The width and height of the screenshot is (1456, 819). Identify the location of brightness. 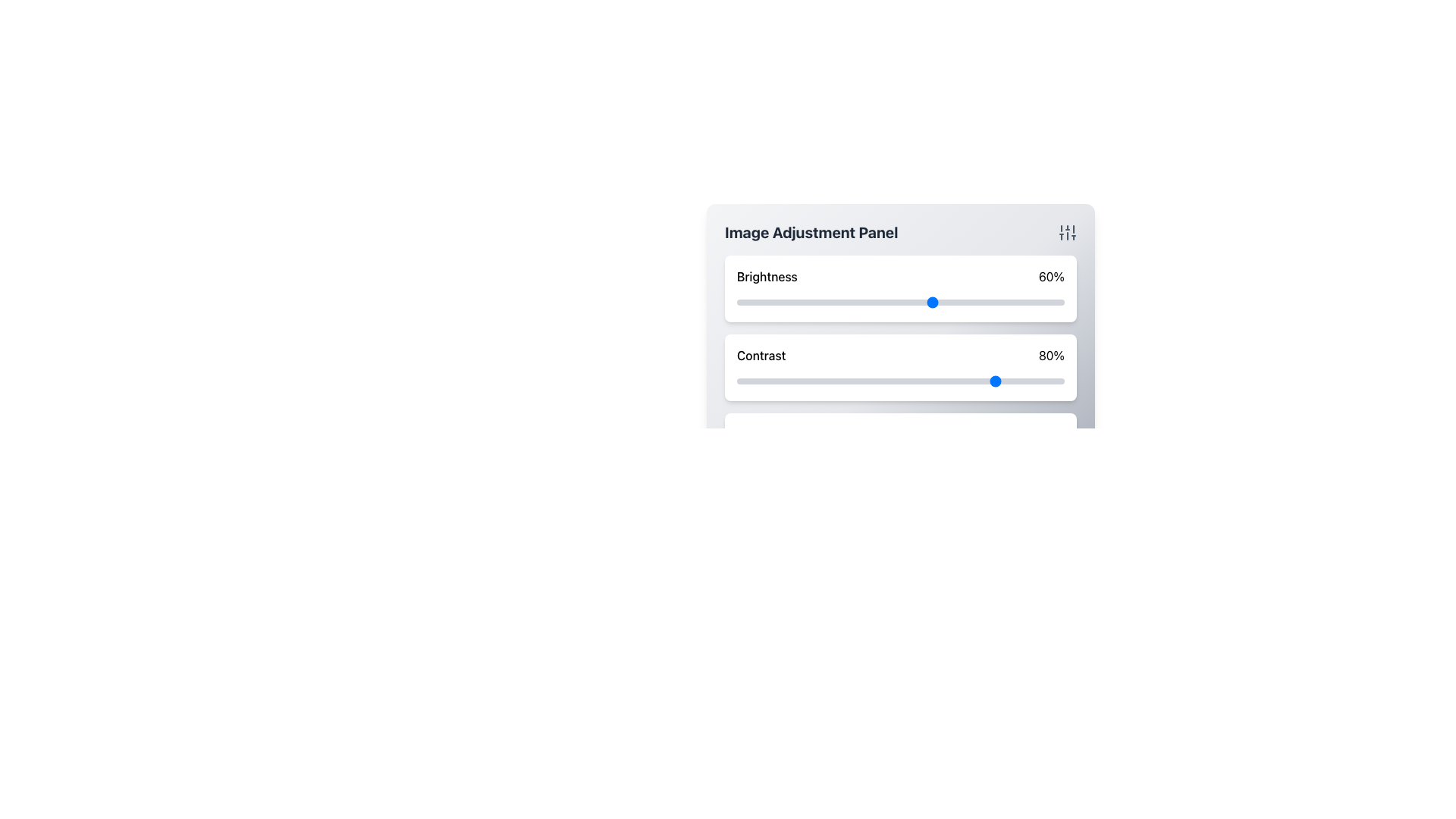
(973, 302).